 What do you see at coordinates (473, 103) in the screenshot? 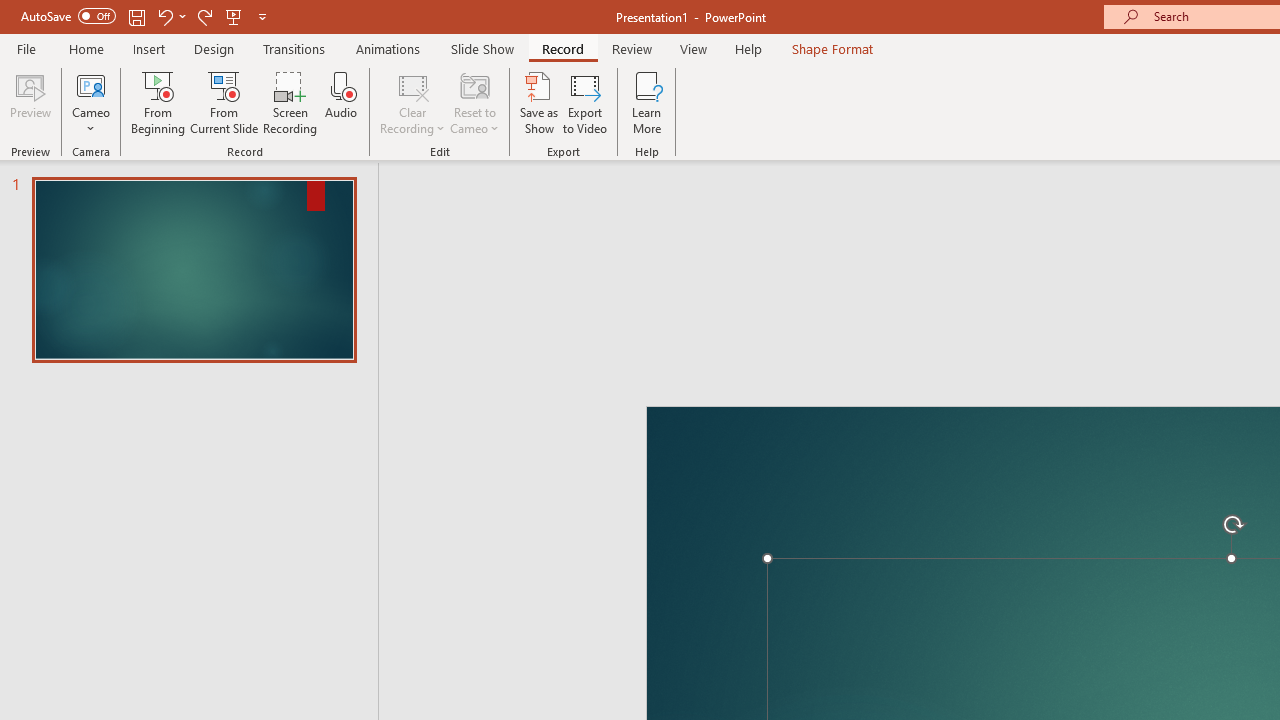
I see `'Reset to Cameo'` at bounding box center [473, 103].